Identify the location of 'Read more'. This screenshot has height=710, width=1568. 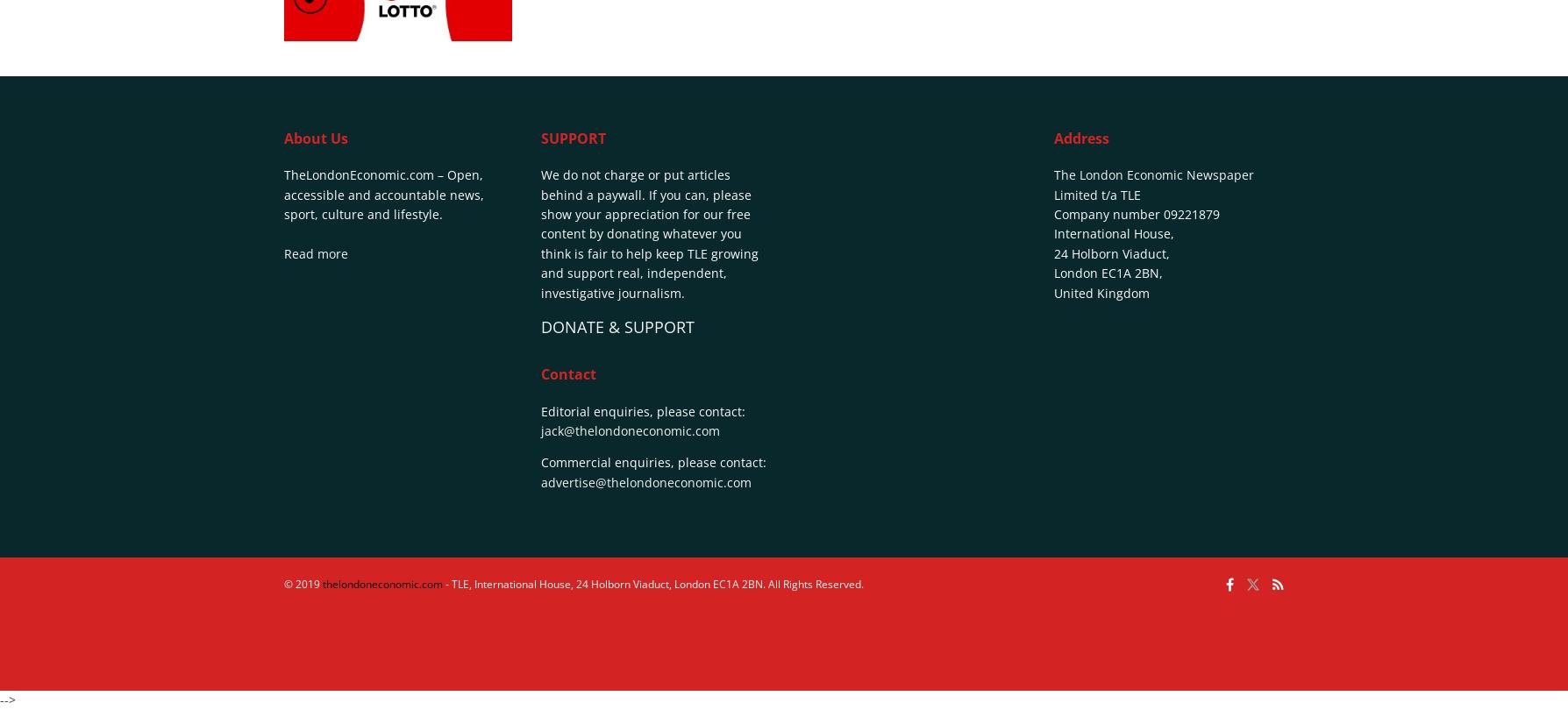
(315, 252).